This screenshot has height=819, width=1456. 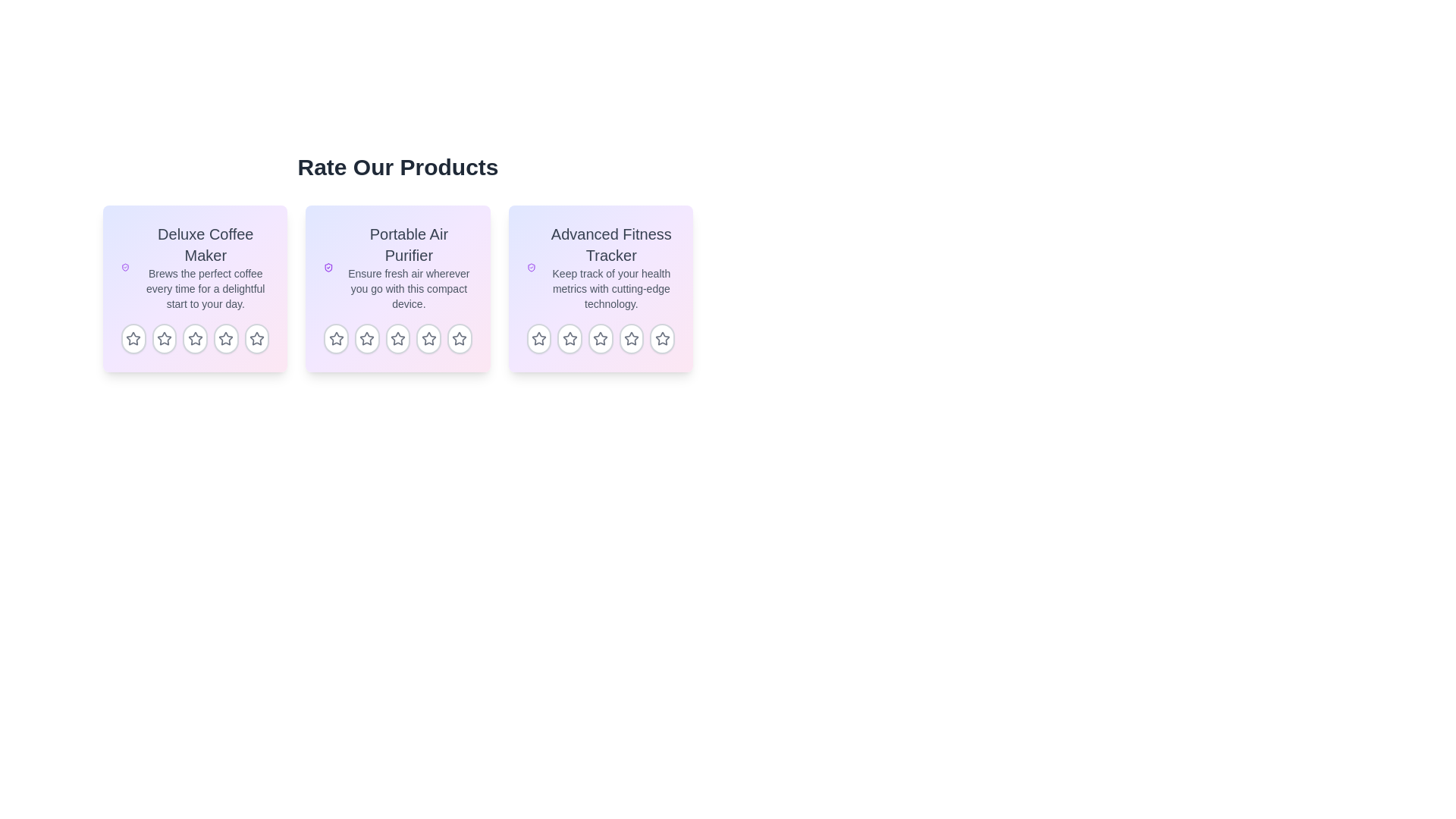 What do you see at coordinates (600, 337) in the screenshot?
I see `the fourth star icon from the left in the row of five stars below the product description panel for 'Advanced Fitness Tracker'` at bounding box center [600, 337].